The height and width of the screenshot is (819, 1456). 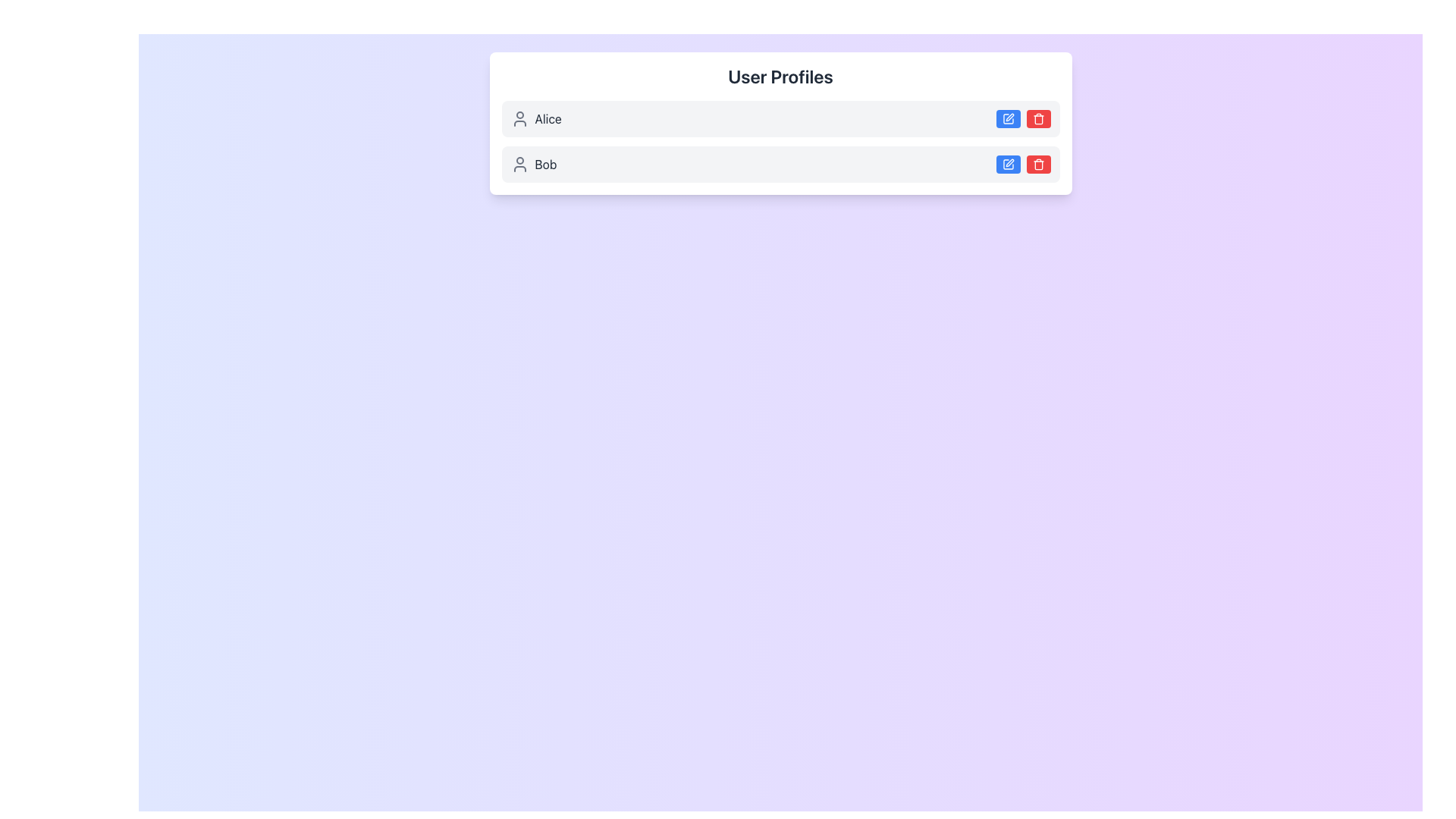 What do you see at coordinates (1008, 118) in the screenshot?
I see `the edit button located in the first row of user profiles, adjacent to the text 'Alice'` at bounding box center [1008, 118].